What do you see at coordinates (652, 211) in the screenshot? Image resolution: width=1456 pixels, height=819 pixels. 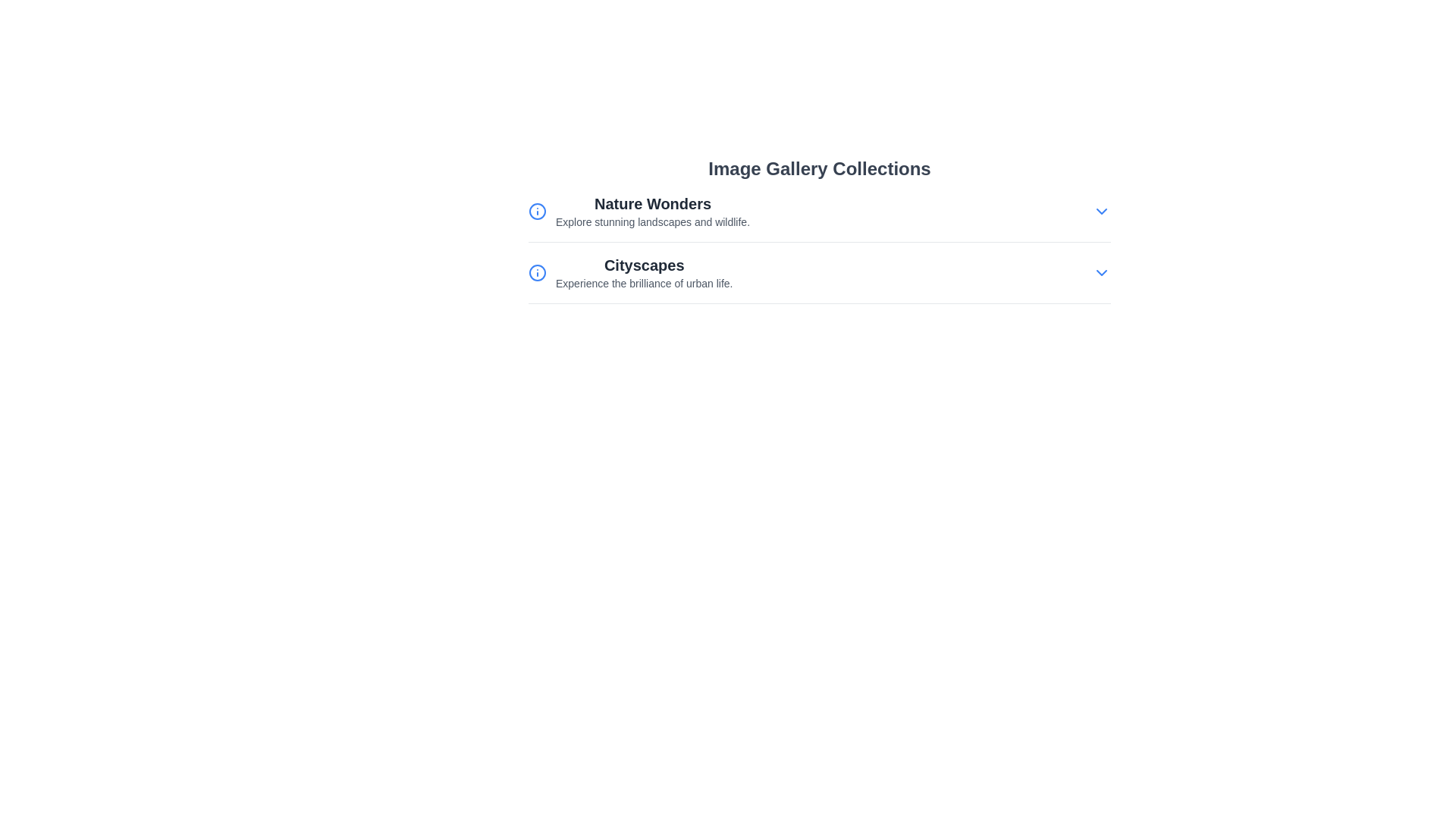 I see `text block labeled 'Nature Wonders' which contains a header in bold dark gray and a subtitle in light gray, located beneath the 'Image Gallery Collections' header` at bounding box center [652, 211].